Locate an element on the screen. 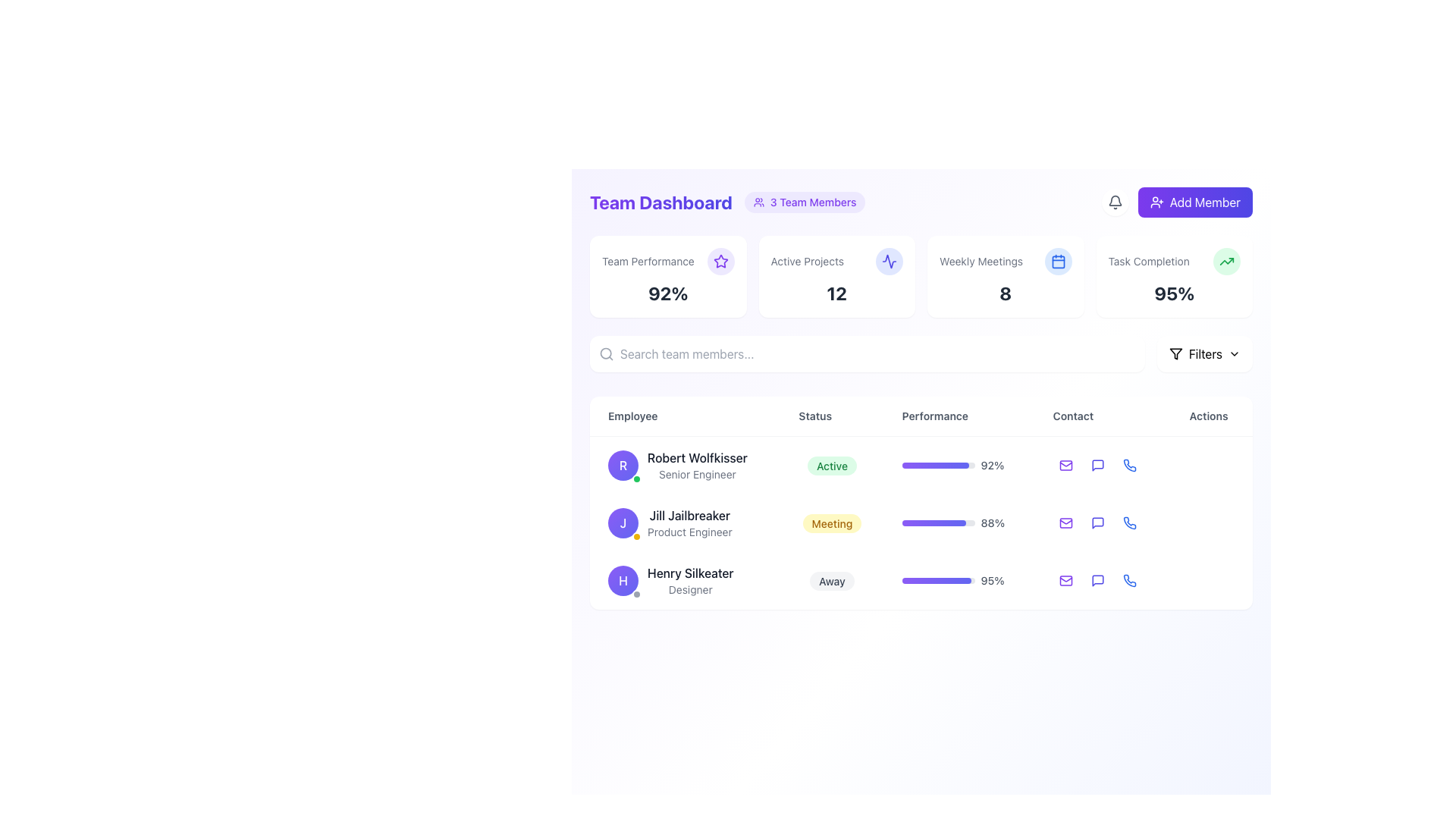  employee details displayed in the Text block for Henry Silkeater, located in the third row of the Employee column in the table is located at coordinates (684, 580).